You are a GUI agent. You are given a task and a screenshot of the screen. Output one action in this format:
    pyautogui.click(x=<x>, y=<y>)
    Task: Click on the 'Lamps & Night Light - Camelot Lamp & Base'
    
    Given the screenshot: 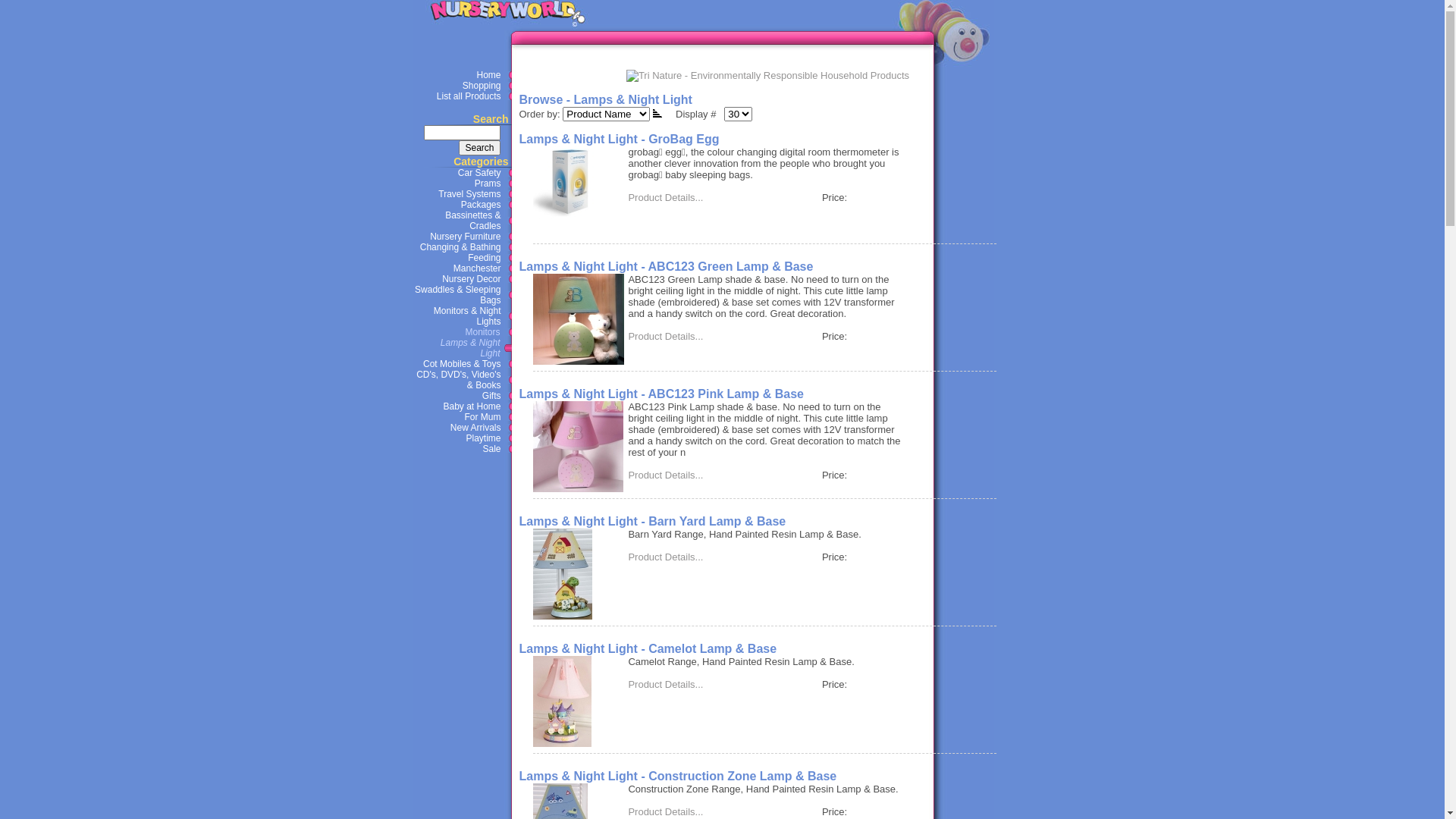 What is the action you would take?
    pyautogui.click(x=648, y=648)
    